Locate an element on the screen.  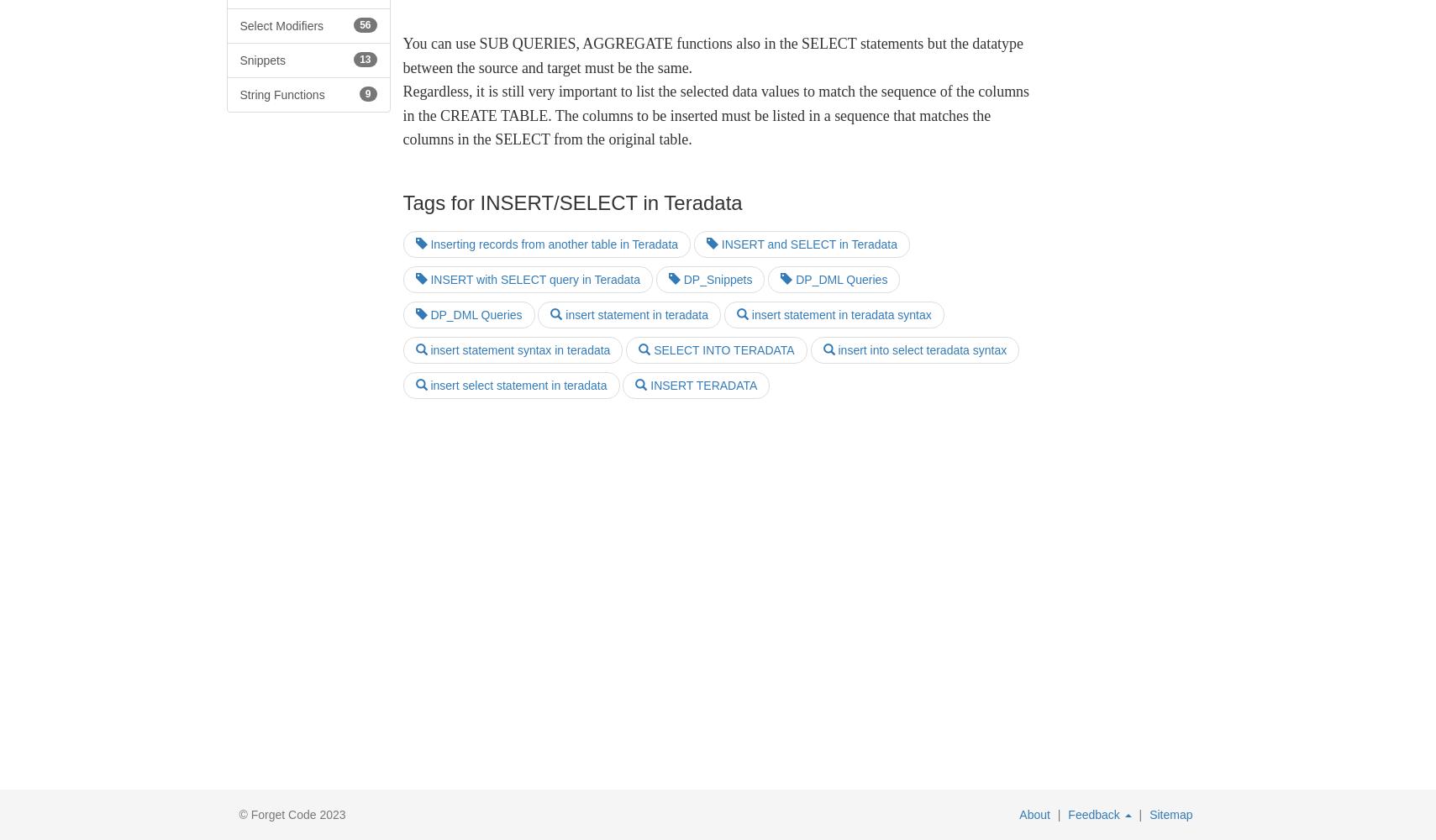
'© Forget Code 2023' is located at coordinates (291, 814).